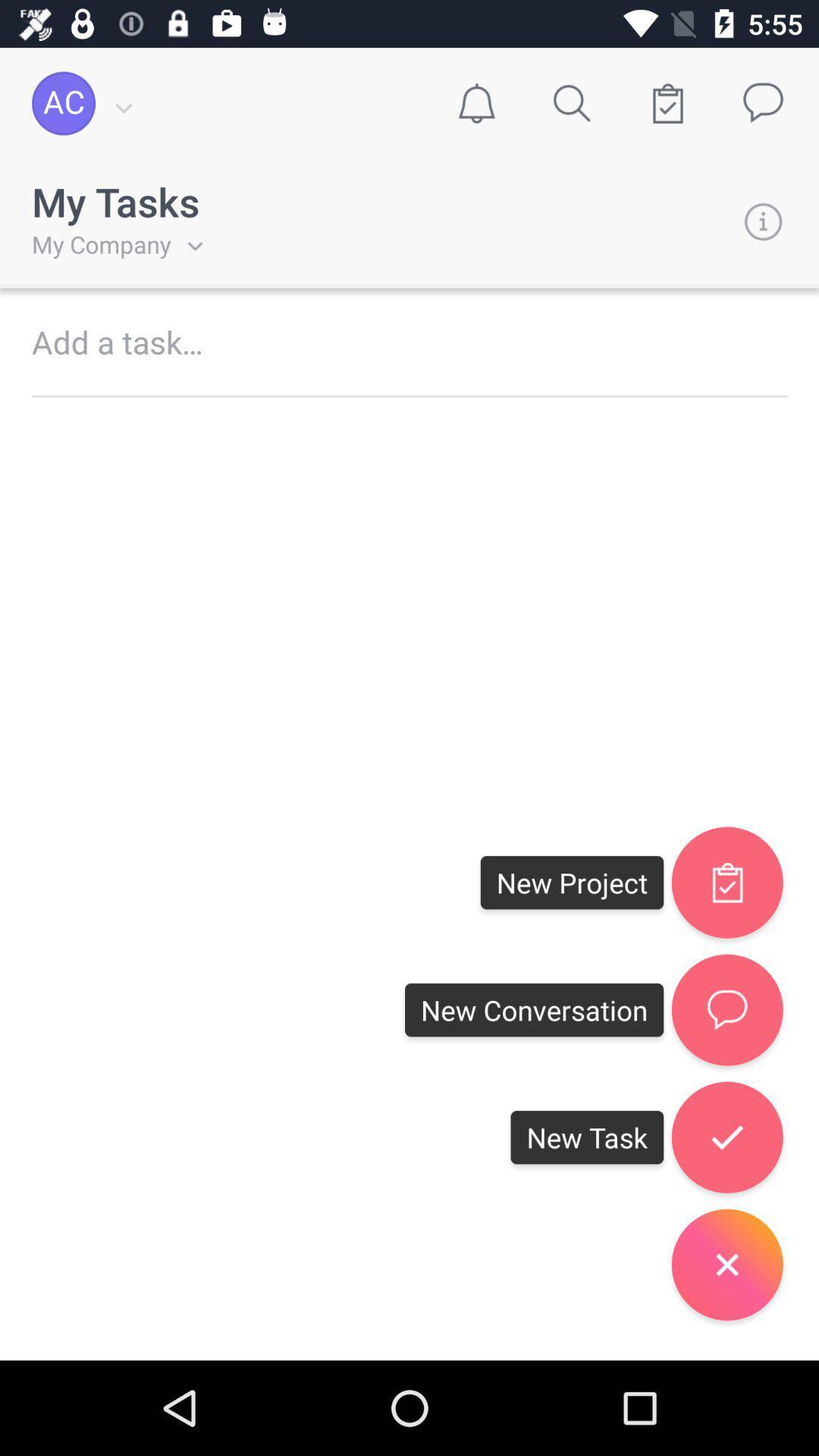 The width and height of the screenshot is (819, 1456). What do you see at coordinates (726, 1264) in the screenshot?
I see `the close icon` at bounding box center [726, 1264].